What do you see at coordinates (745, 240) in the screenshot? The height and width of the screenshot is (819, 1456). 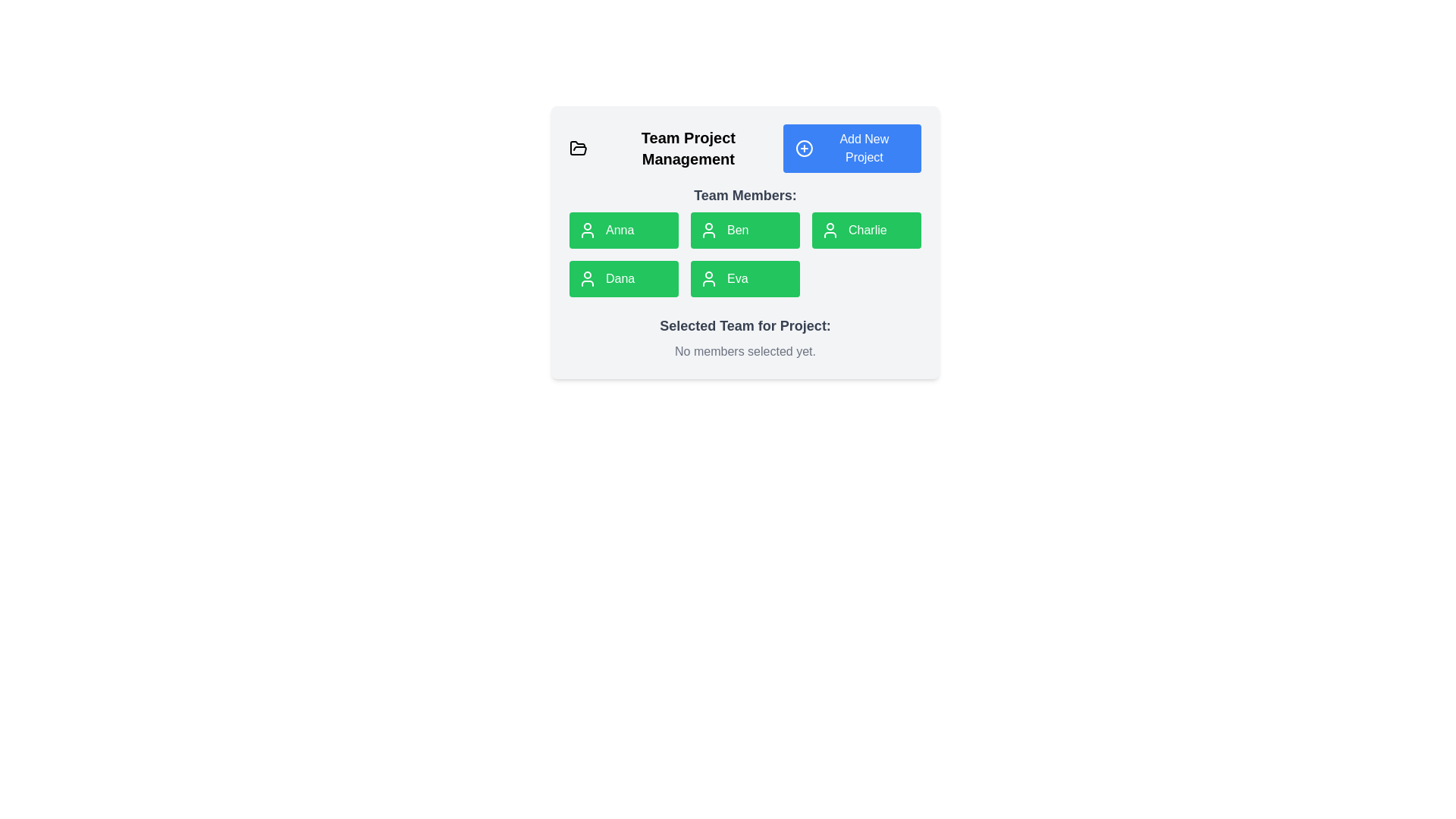 I see `the 'Ben' button, which is a rectangular button with a green background and white text` at bounding box center [745, 240].